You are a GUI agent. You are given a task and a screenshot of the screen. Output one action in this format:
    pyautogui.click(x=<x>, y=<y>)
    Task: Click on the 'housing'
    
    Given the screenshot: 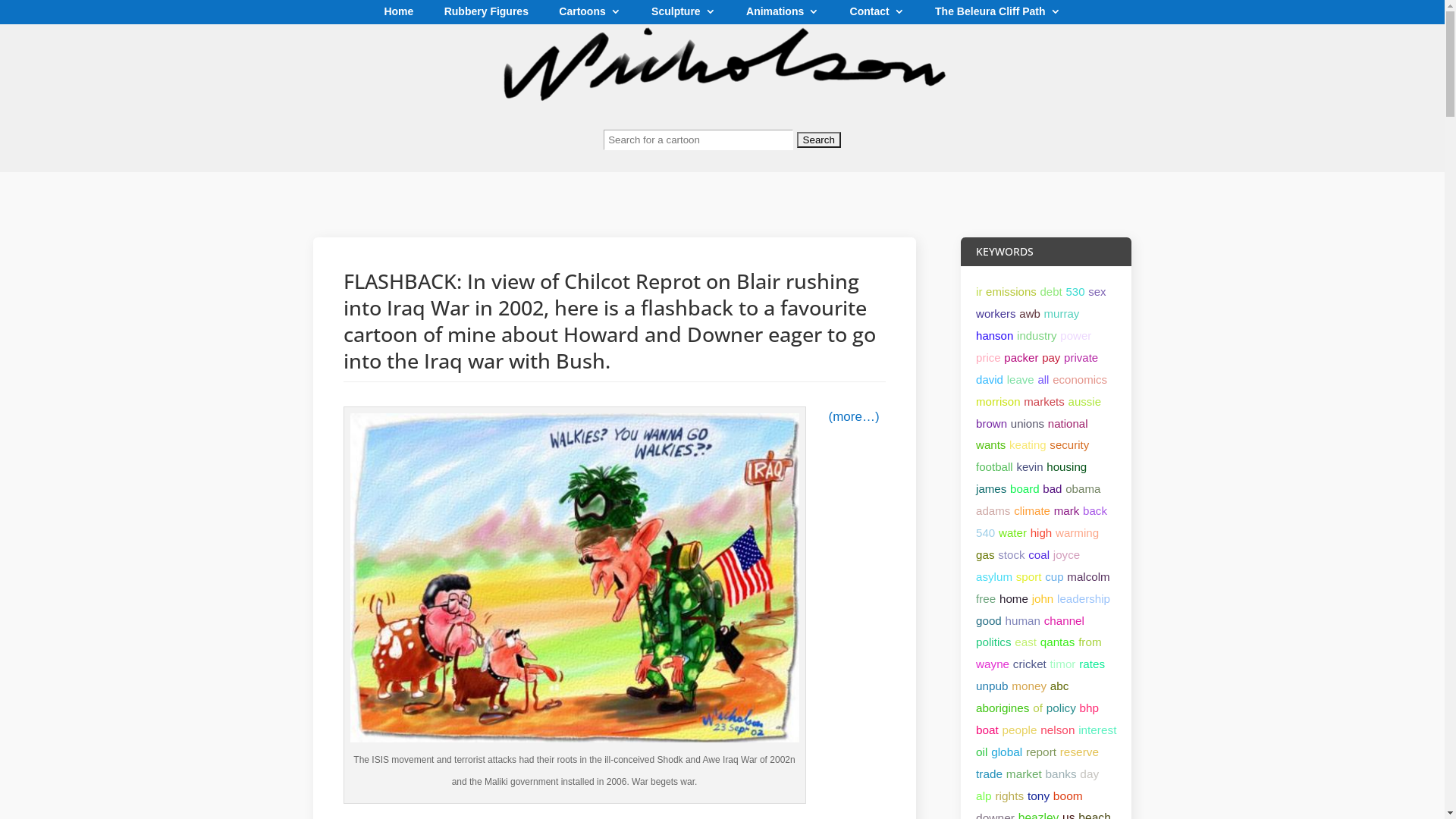 What is the action you would take?
    pyautogui.click(x=1065, y=466)
    